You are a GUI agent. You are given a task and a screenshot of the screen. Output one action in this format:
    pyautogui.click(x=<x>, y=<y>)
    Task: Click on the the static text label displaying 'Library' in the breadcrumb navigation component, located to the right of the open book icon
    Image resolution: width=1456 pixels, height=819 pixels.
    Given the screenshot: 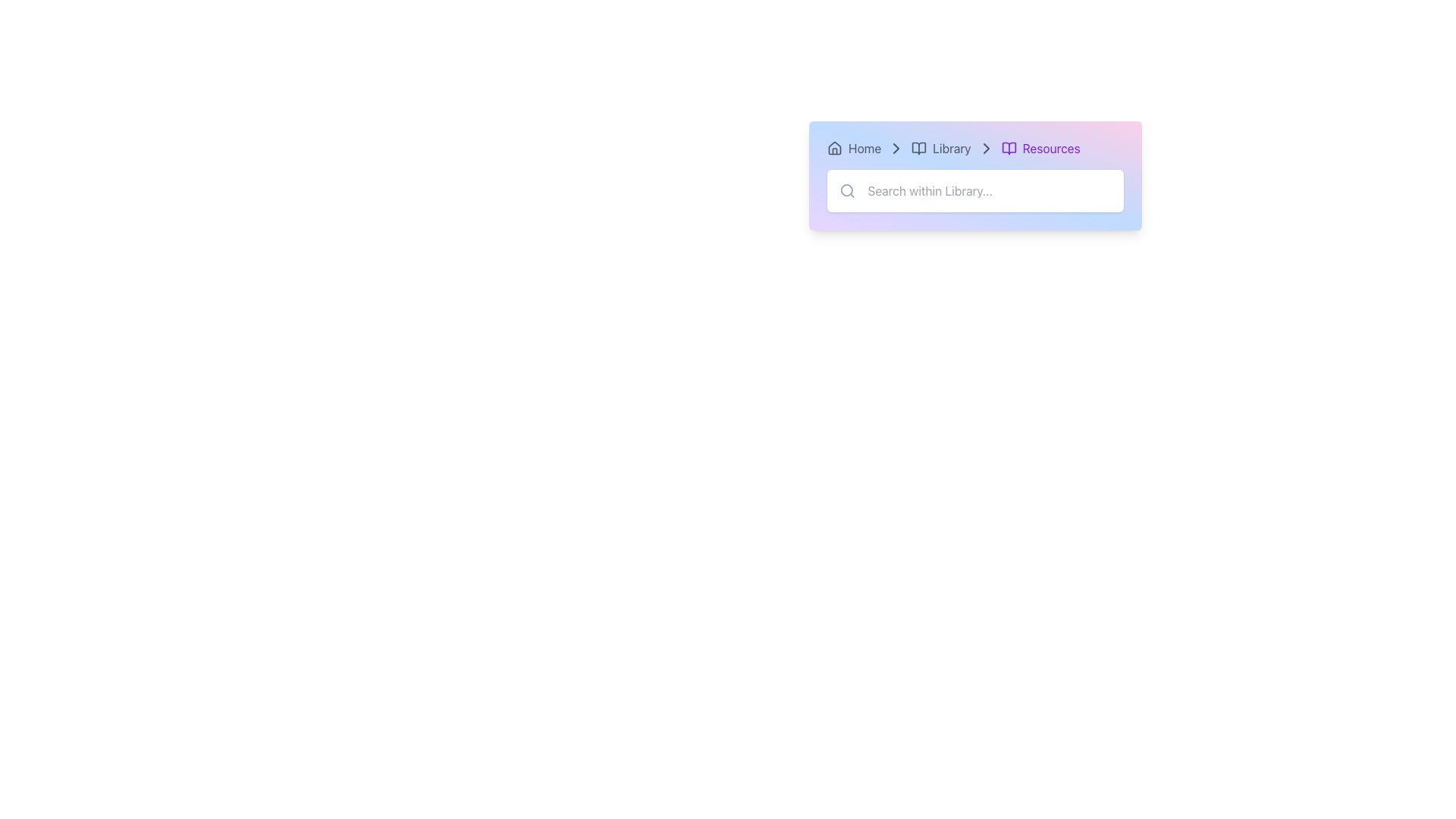 What is the action you would take?
    pyautogui.click(x=951, y=149)
    